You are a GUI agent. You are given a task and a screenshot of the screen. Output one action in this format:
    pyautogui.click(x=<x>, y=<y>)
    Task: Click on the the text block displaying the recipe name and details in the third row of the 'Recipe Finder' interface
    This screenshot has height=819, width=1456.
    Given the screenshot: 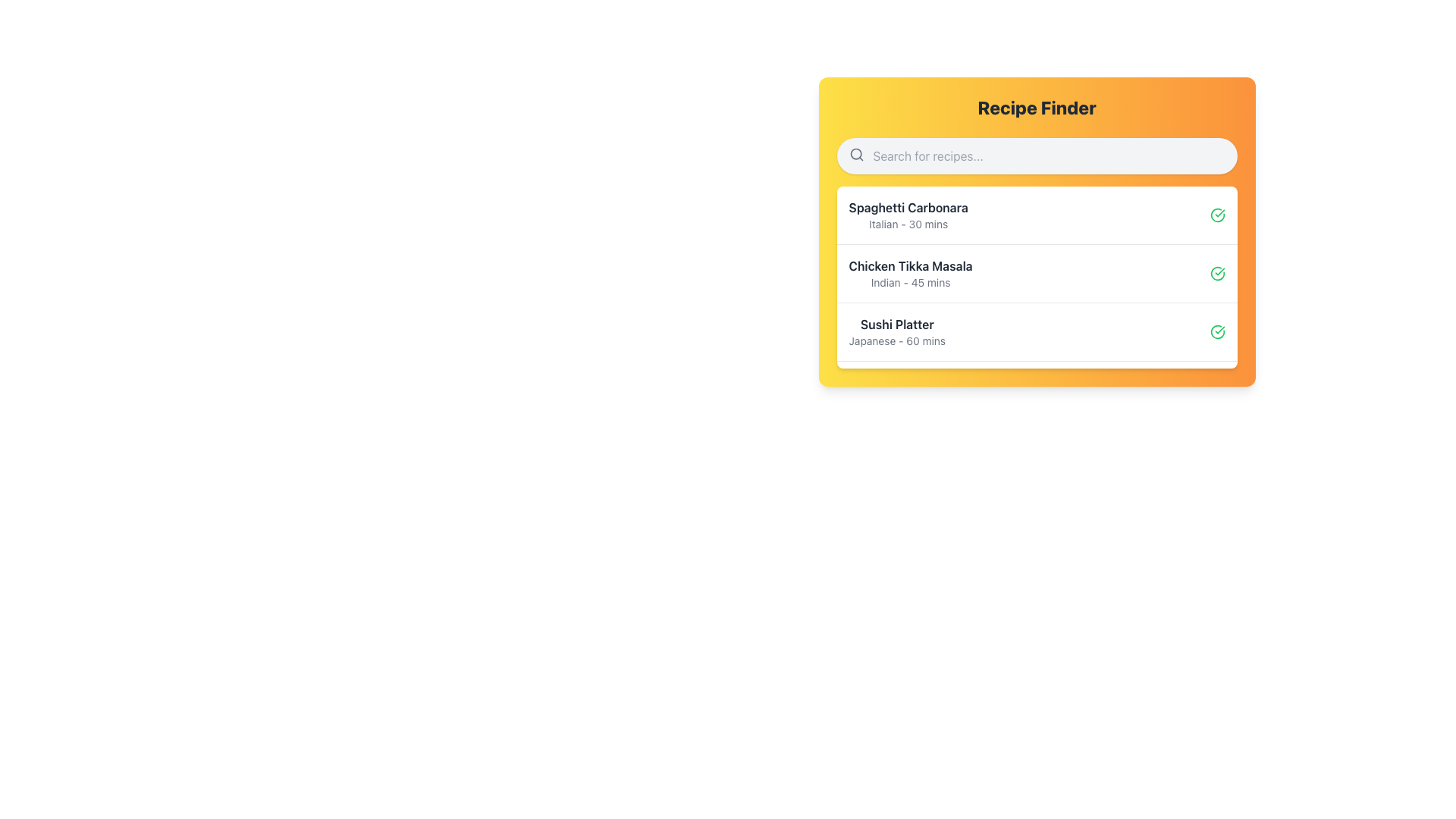 What is the action you would take?
    pyautogui.click(x=897, y=331)
    